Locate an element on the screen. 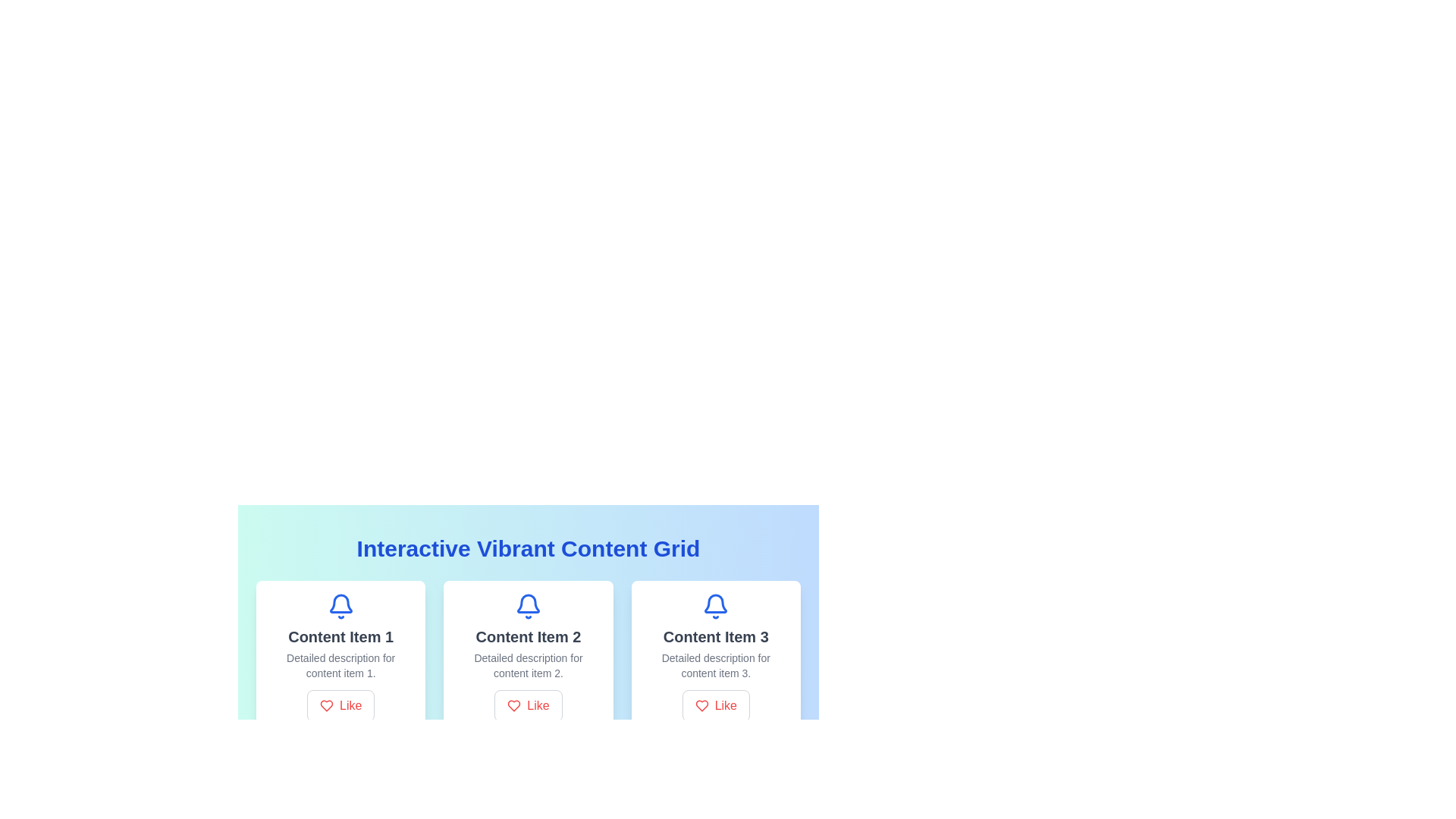 Image resolution: width=1456 pixels, height=819 pixels. the decorative SVG Icon representing notifications or alerts associated with 'Content Item 2', located at the top center of the middle column in a three-column grid is located at coordinates (528, 605).